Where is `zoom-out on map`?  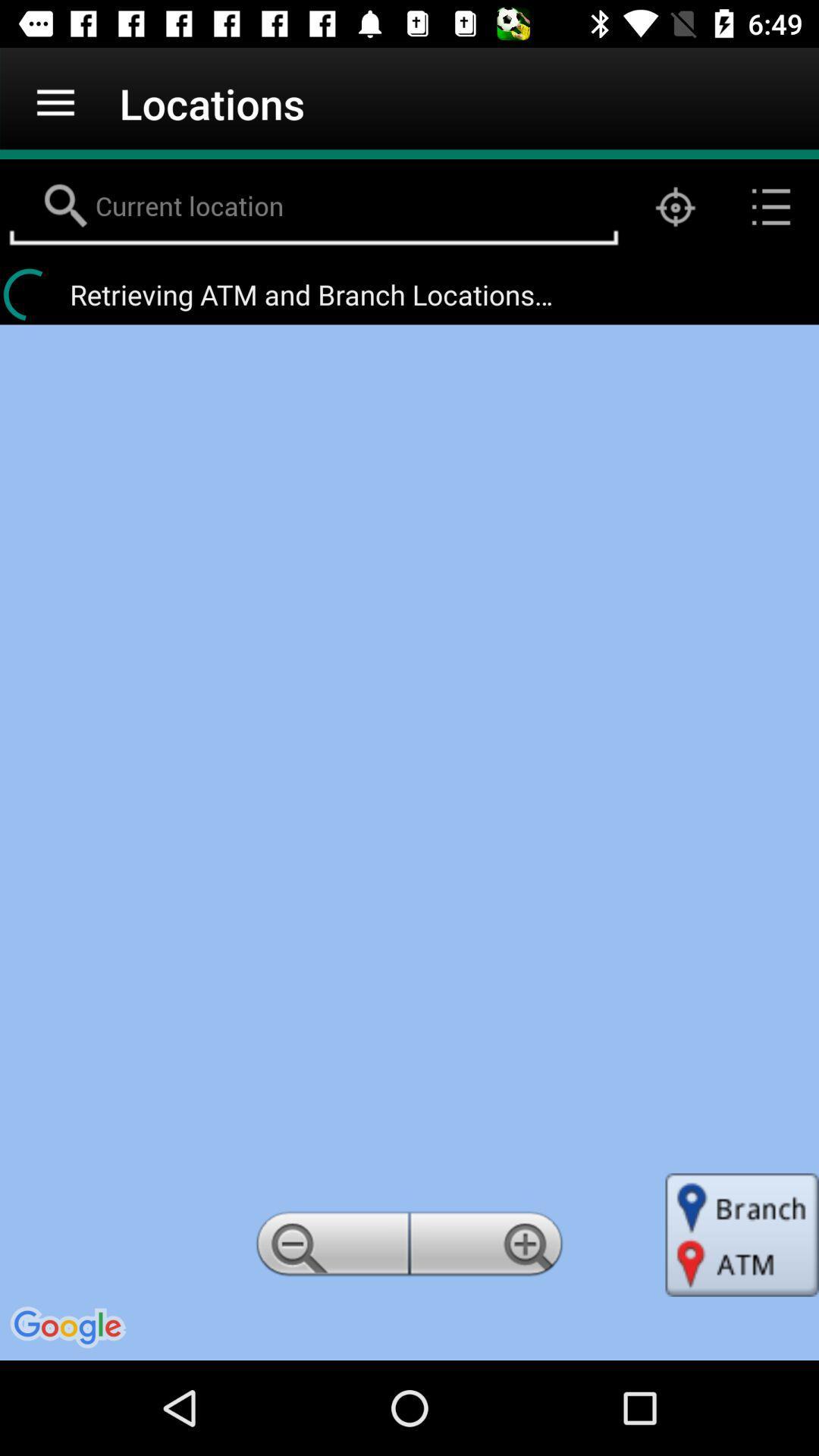
zoom-out on map is located at coordinates (329, 1248).